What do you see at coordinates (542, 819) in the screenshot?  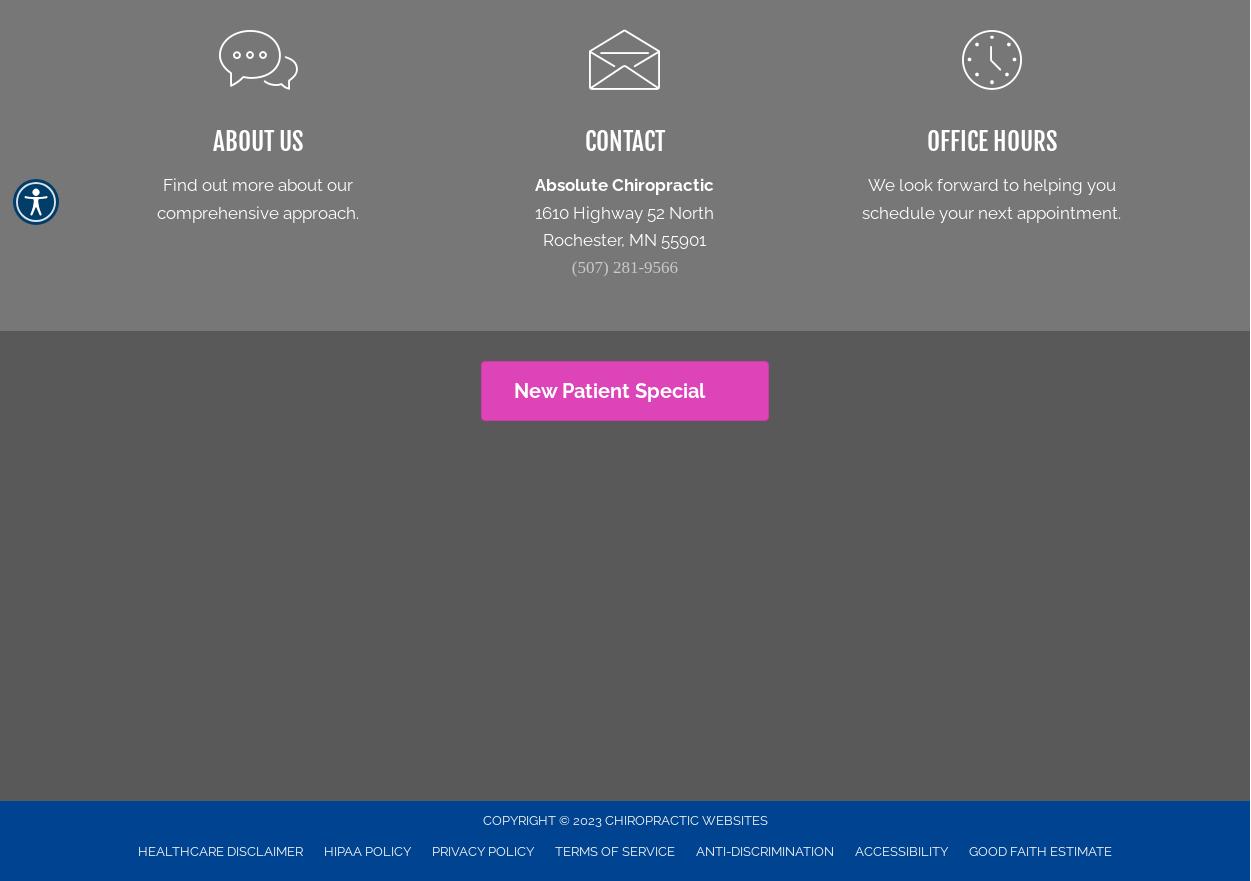 I see `'COPYRIGHT © 2023'` at bounding box center [542, 819].